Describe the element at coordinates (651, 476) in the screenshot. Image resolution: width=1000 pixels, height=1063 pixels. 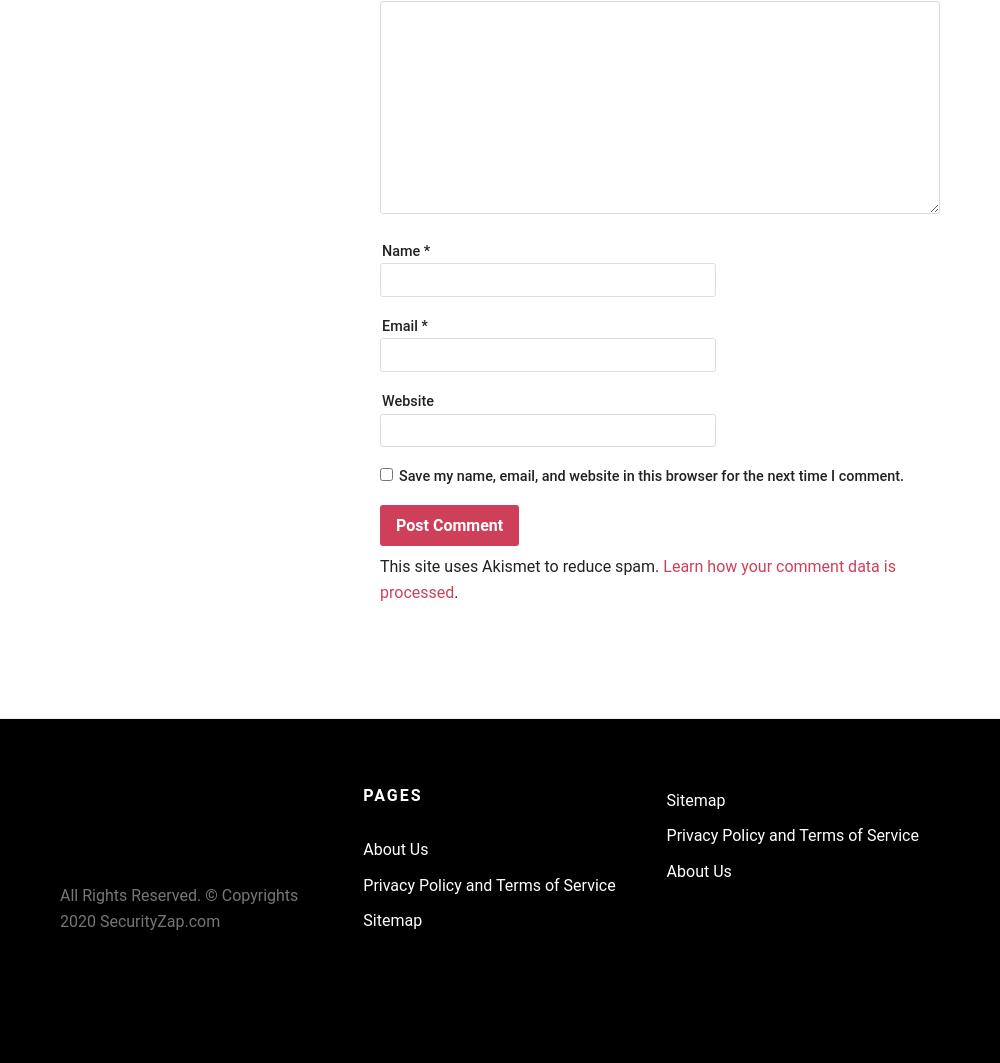
I see `'Save my name, email, and website in this browser for the next time I comment.'` at that location.